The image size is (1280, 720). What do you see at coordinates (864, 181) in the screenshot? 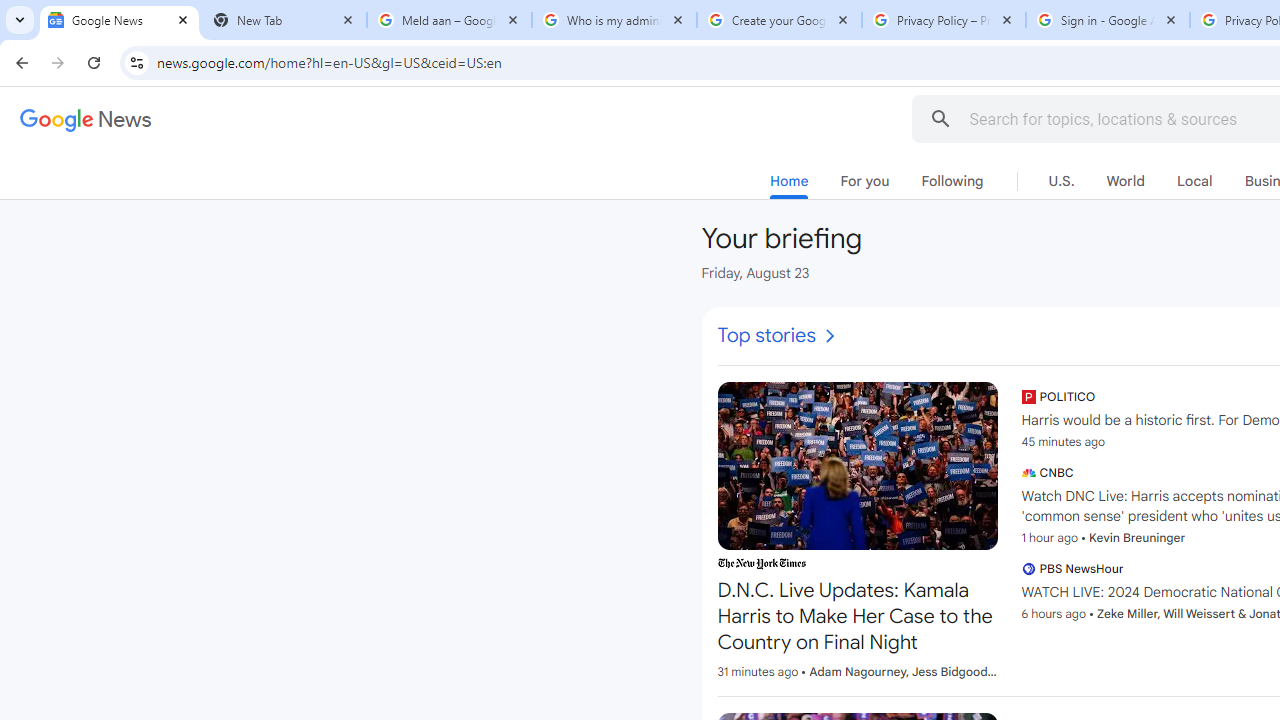
I see `'For you'` at bounding box center [864, 181].